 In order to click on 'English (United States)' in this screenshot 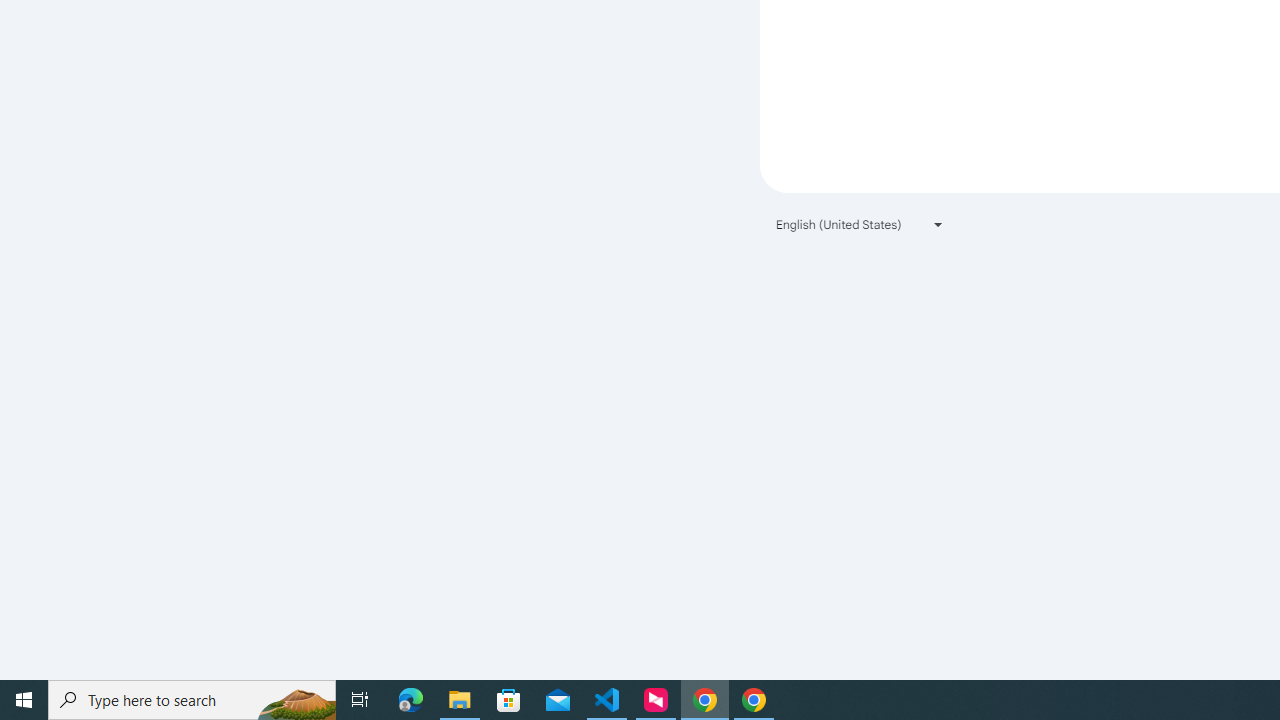, I will do `click(860, 224)`.